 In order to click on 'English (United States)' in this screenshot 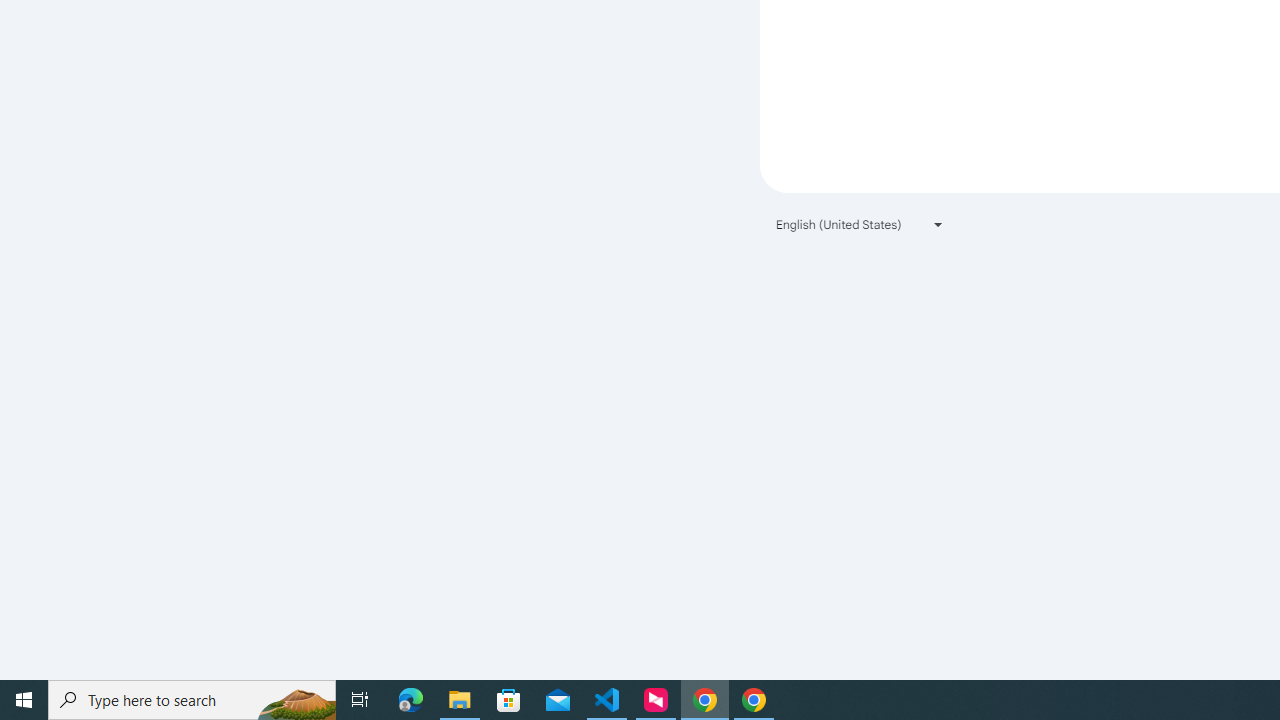, I will do `click(860, 224)`.